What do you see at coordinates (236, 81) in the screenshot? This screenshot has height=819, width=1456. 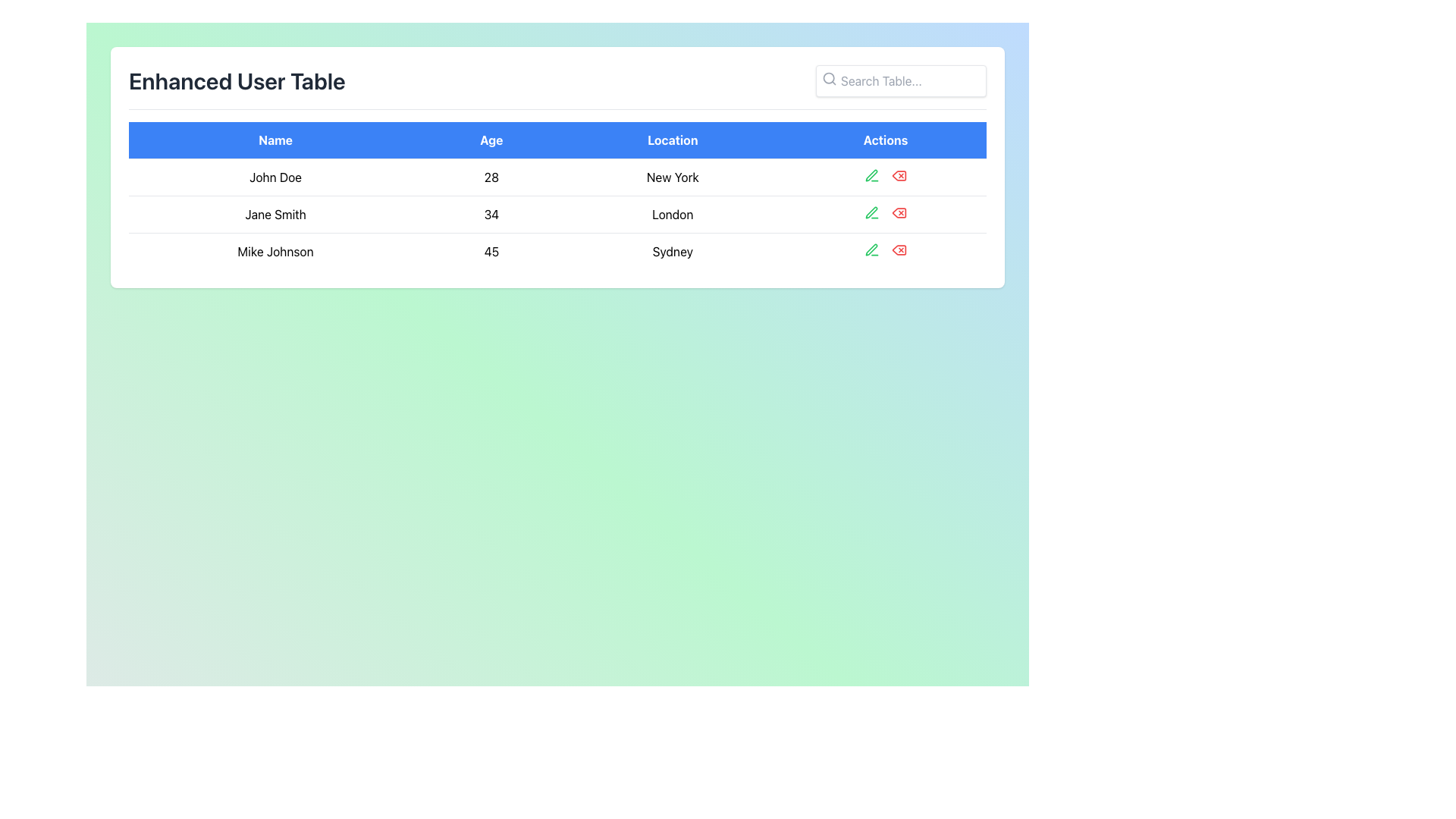 I see `text label displaying 'Enhanced User Table' located at the top-left area of the interface, adjacent to the search bar` at bounding box center [236, 81].